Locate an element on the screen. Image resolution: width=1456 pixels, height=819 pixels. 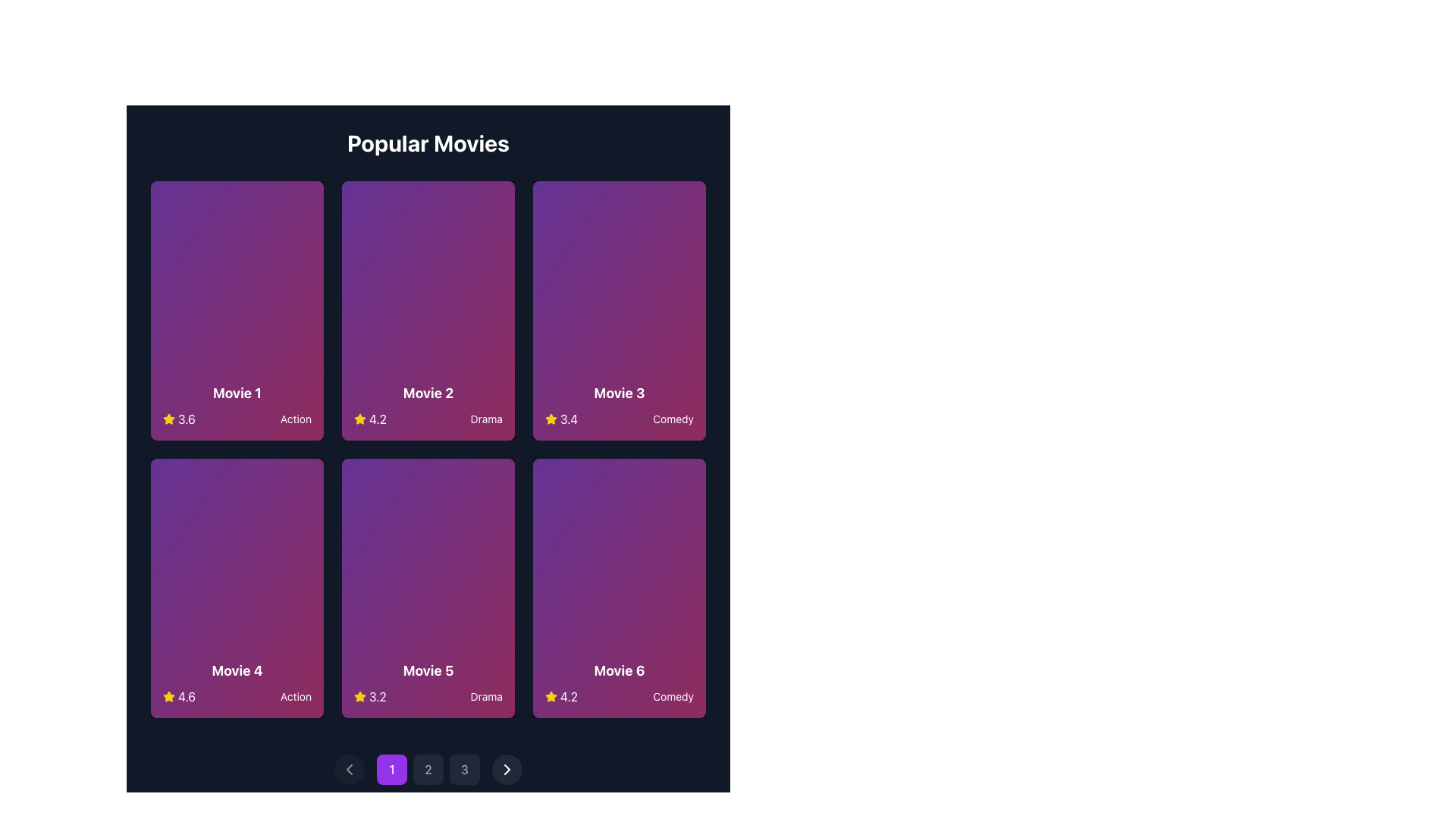
the button containing the chevron-left SVG icon in the bottom navigation bar to observe any hover effects is located at coordinates (348, 769).